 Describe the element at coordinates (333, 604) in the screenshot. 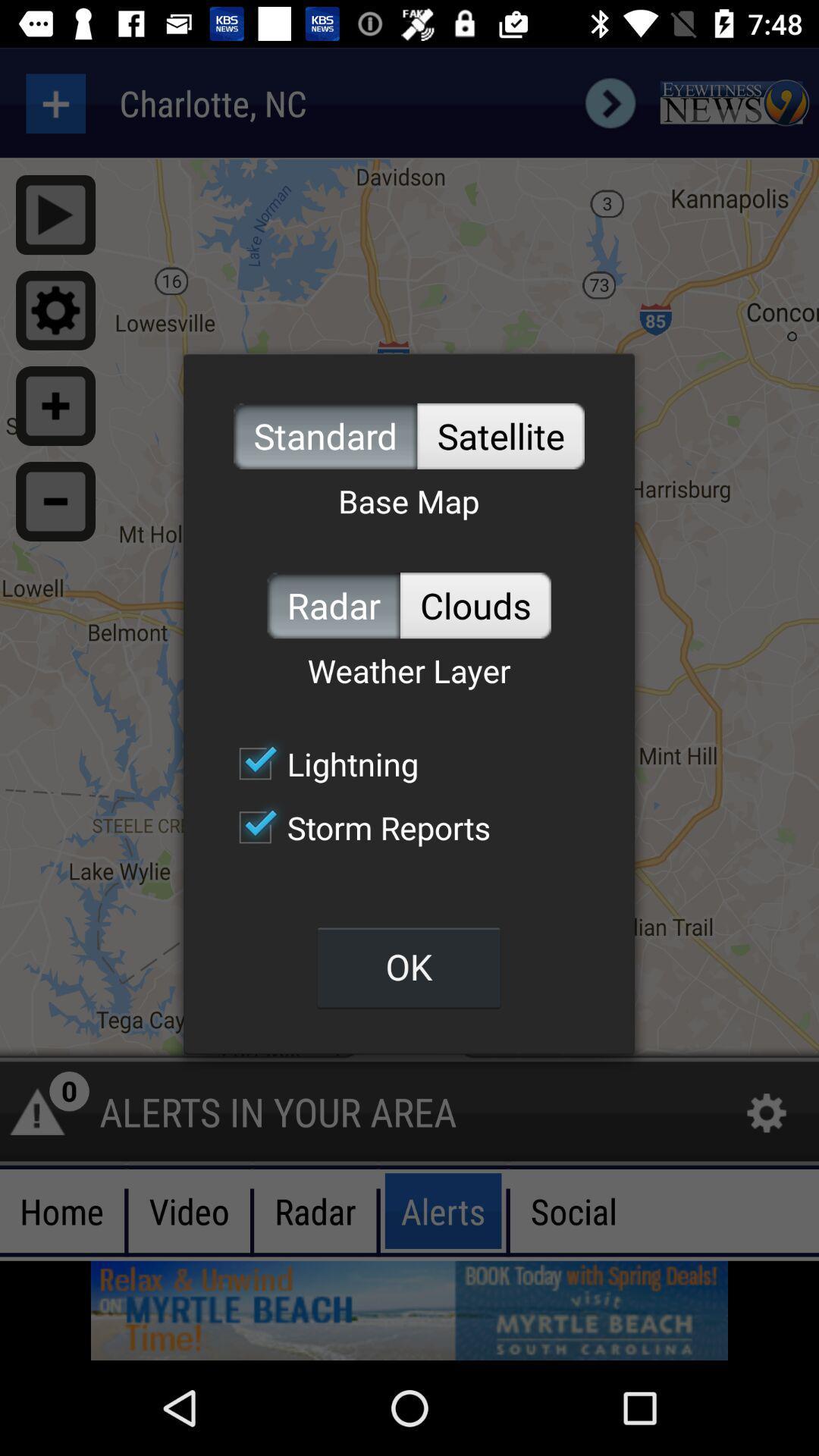

I see `icon above the weather layer icon` at that location.